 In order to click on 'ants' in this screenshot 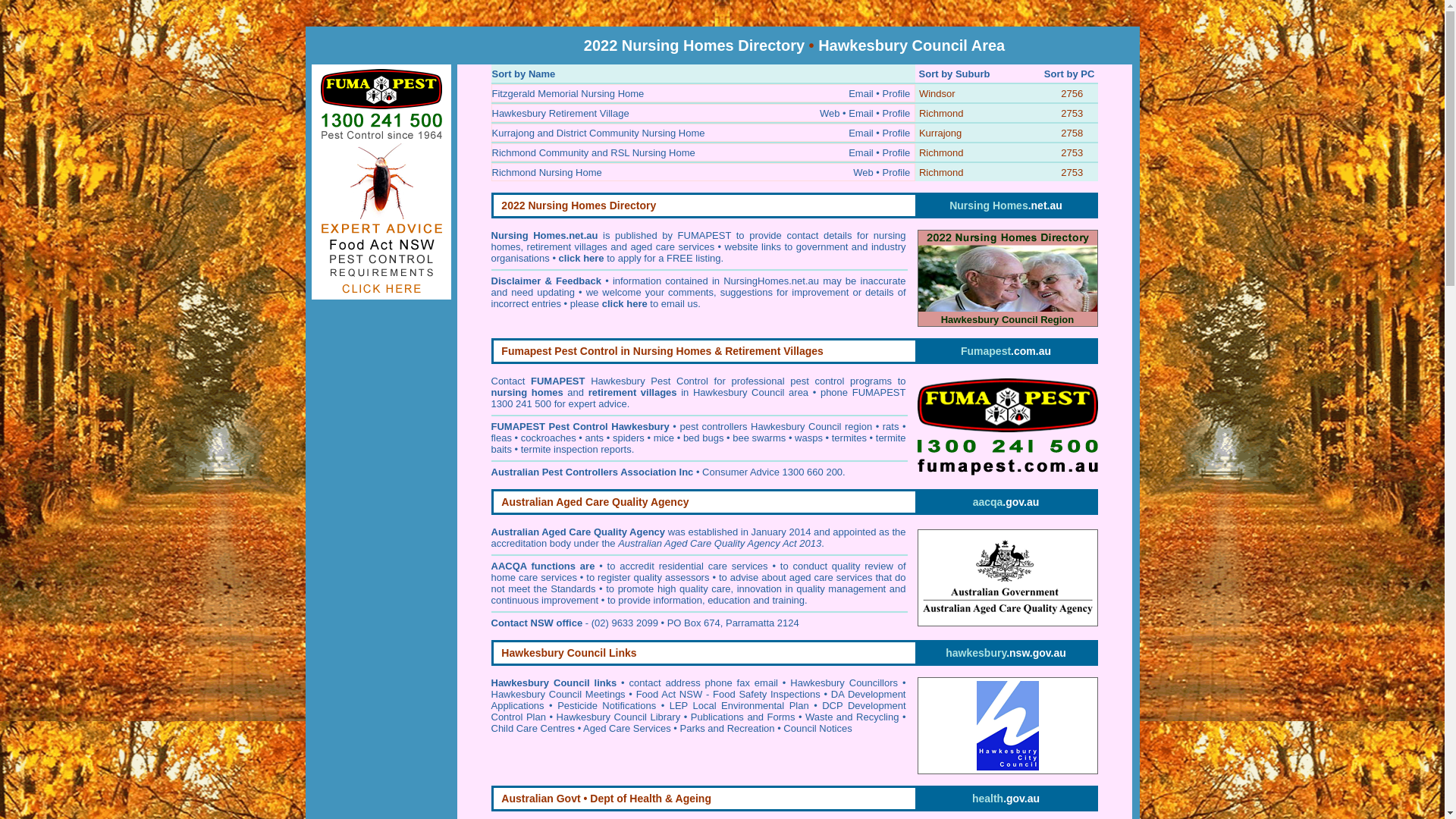, I will do `click(594, 438)`.